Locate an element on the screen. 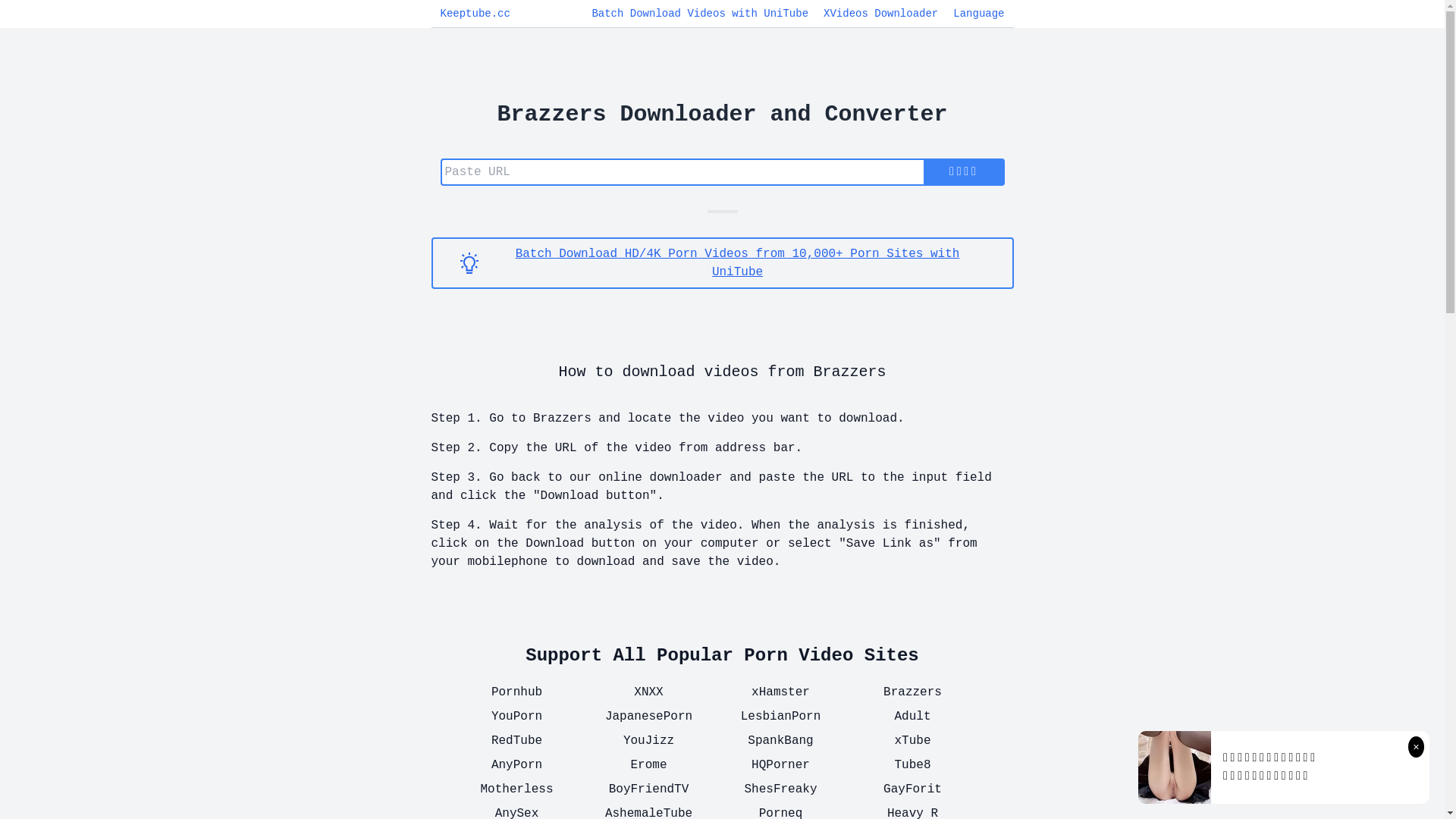 The image size is (1456, 819). 'xTube' is located at coordinates (912, 739).